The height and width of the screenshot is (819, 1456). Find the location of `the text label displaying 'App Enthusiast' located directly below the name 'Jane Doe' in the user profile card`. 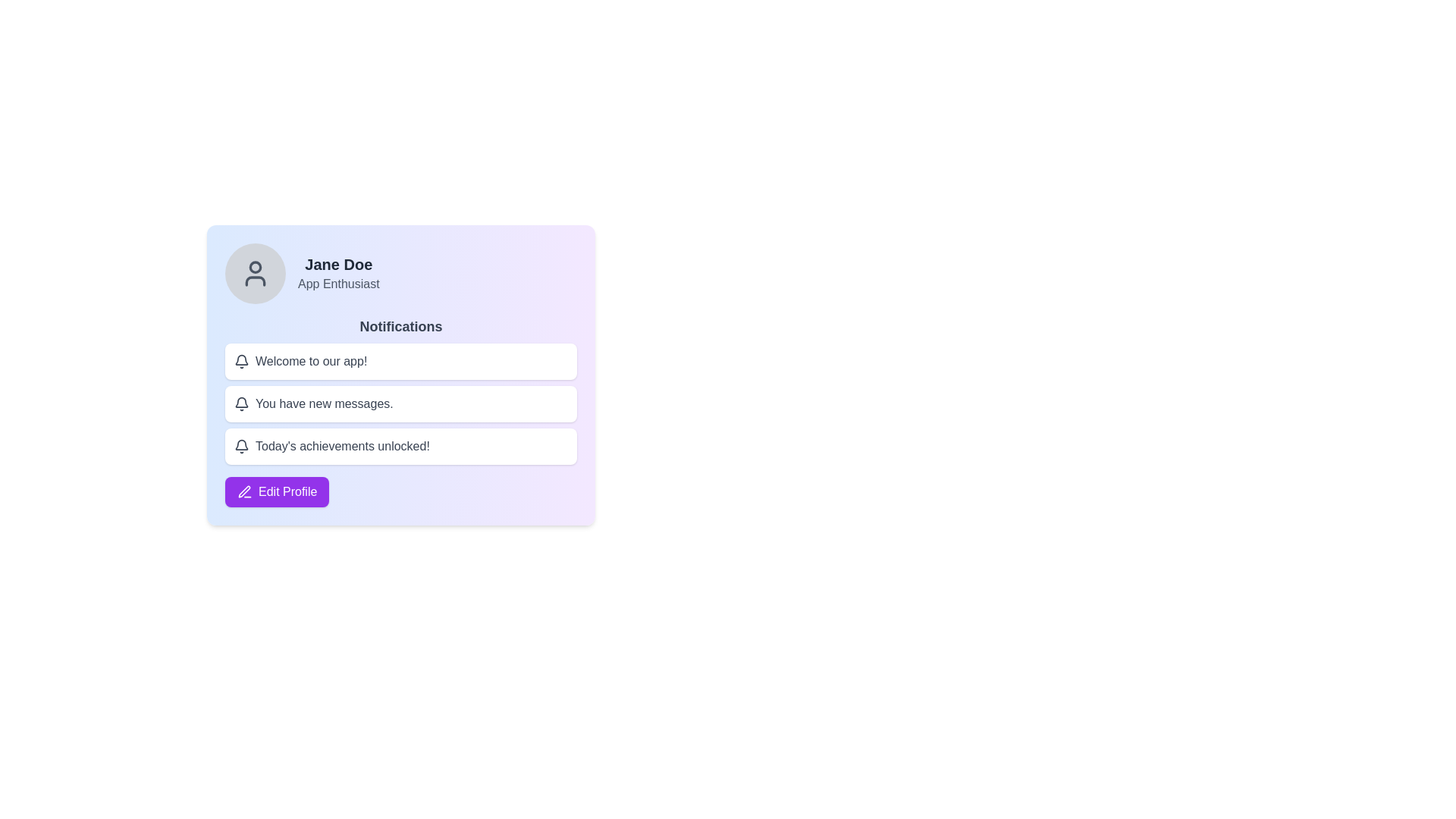

the text label displaying 'App Enthusiast' located directly below the name 'Jane Doe' in the user profile card is located at coordinates (337, 284).